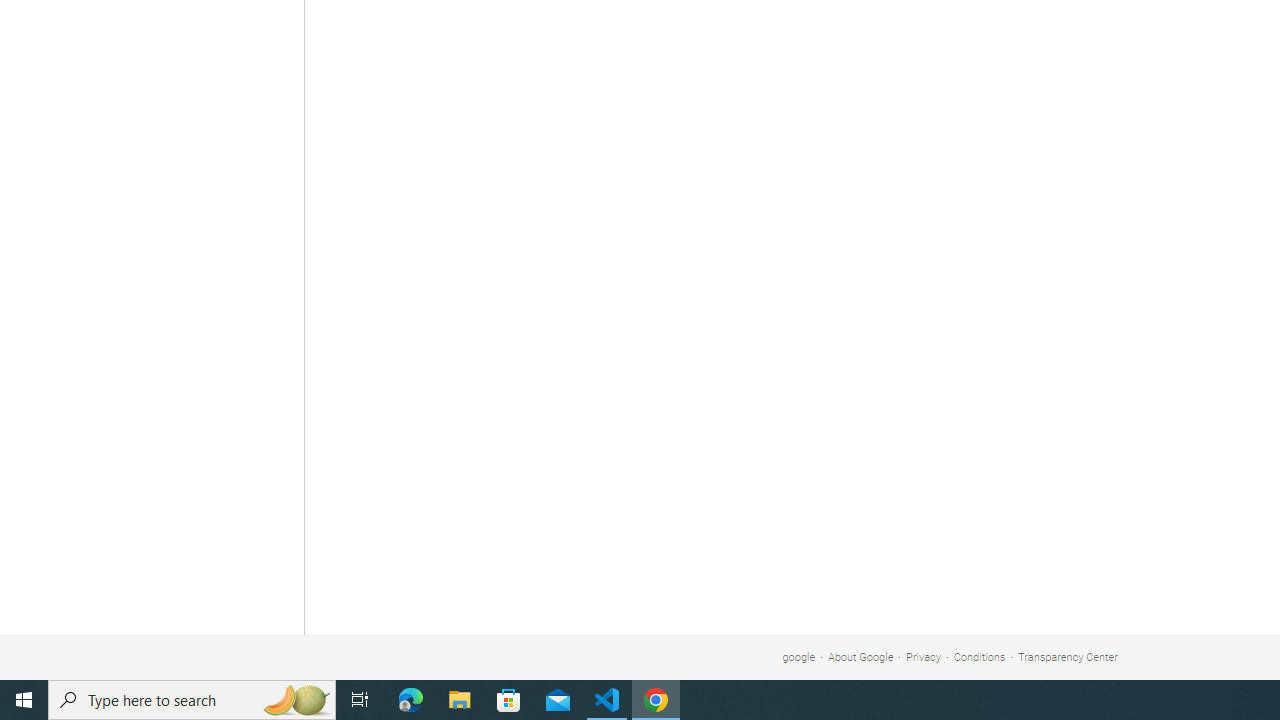 The height and width of the screenshot is (720, 1280). Describe the element at coordinates (860, 657) in the screenshot. I see `'About Google'` at that location.